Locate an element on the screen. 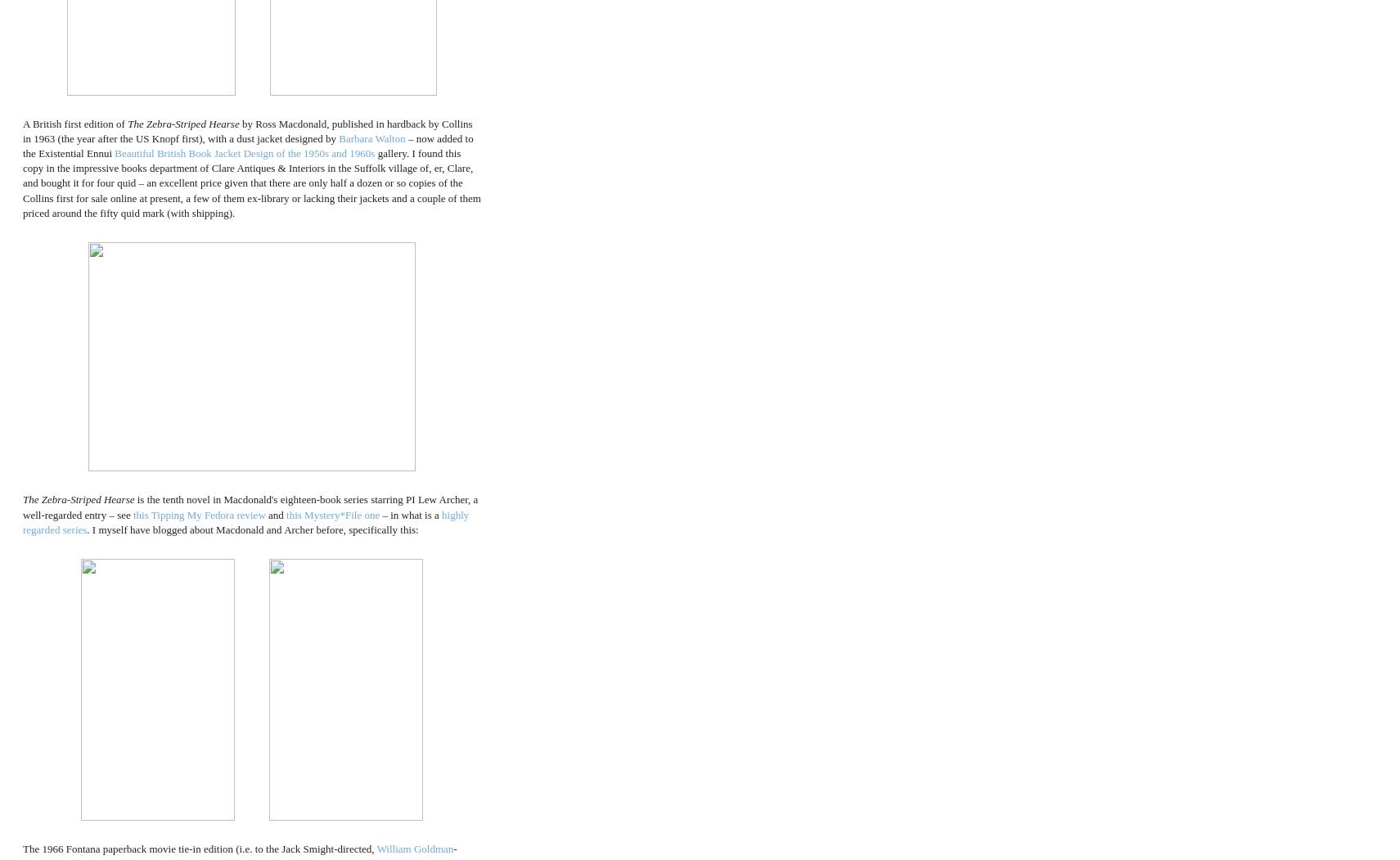 Image resolution: width=1400 pixels, height=860 pixels. 'highly regarded series' is located at coordinates (245, 520).